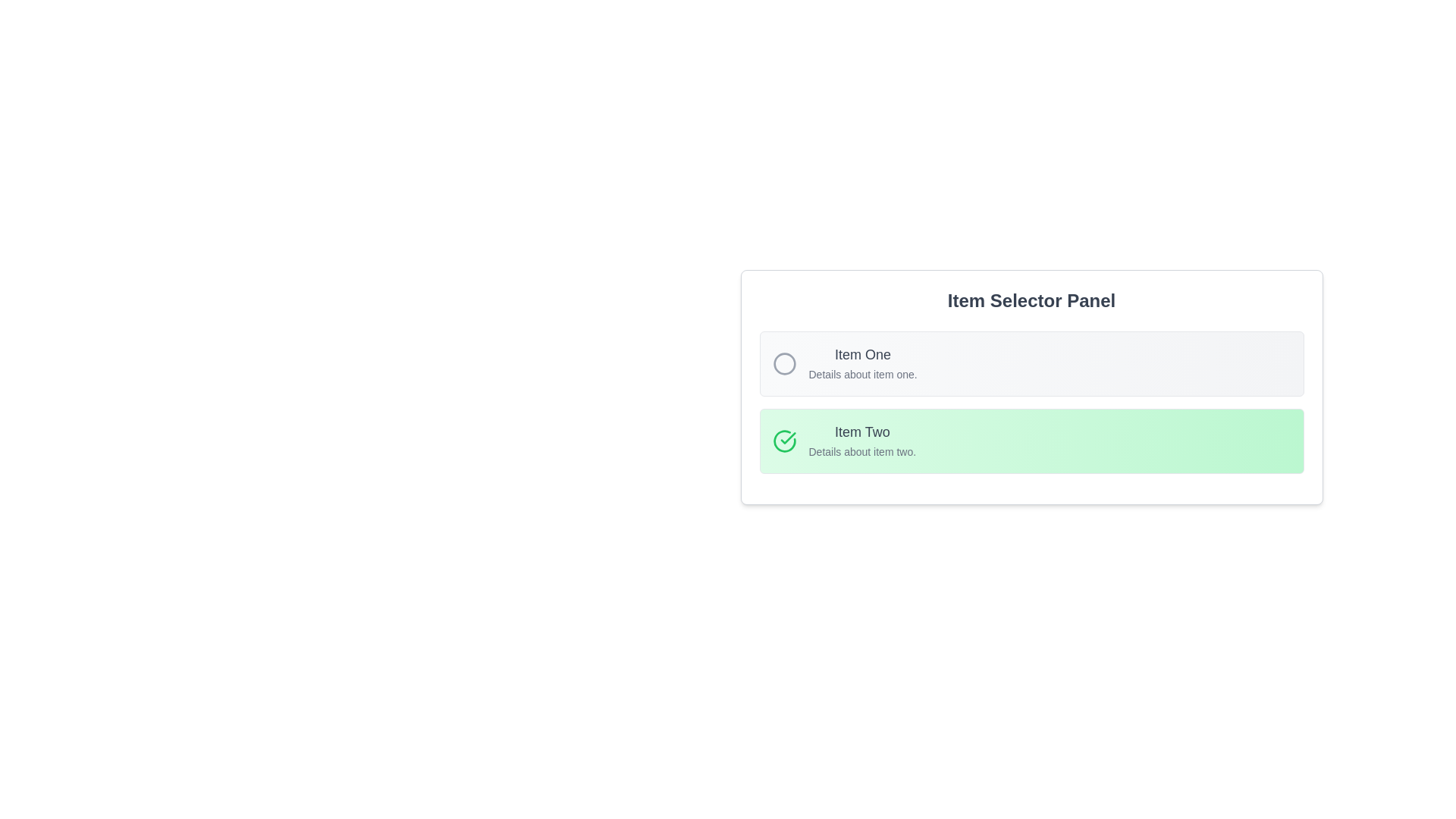 The image size is (1456, 819). I want to click on the first Item Card, so click(1031, 363).